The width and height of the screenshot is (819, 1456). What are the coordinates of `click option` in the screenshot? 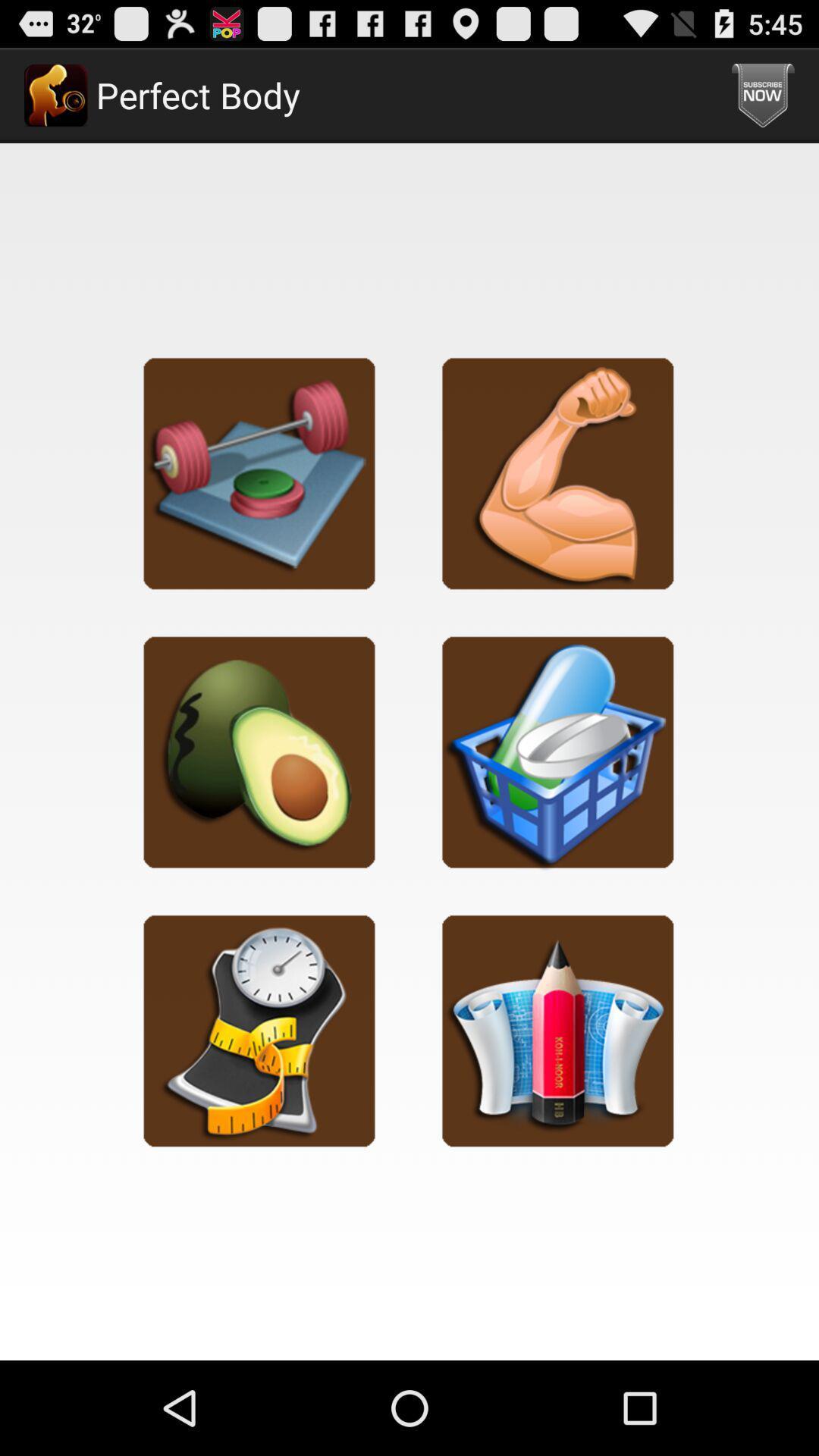 It's located at (259, 1030).